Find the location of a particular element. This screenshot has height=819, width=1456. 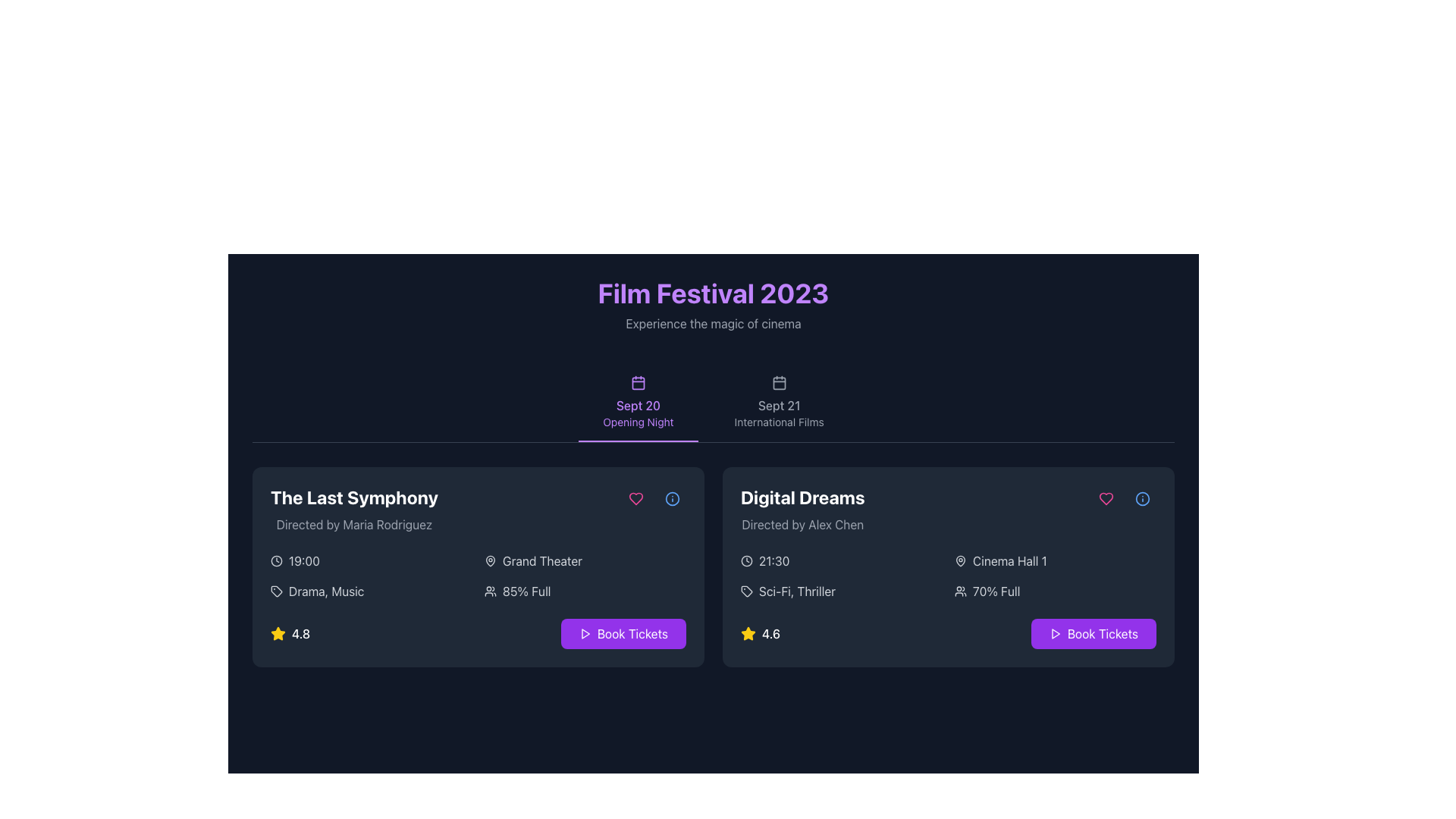

the play button icon located in the bottom-right card titled 'Digital Dreams', specifically within the 'Book Tickets' button is located at coordinates (1055, 634).